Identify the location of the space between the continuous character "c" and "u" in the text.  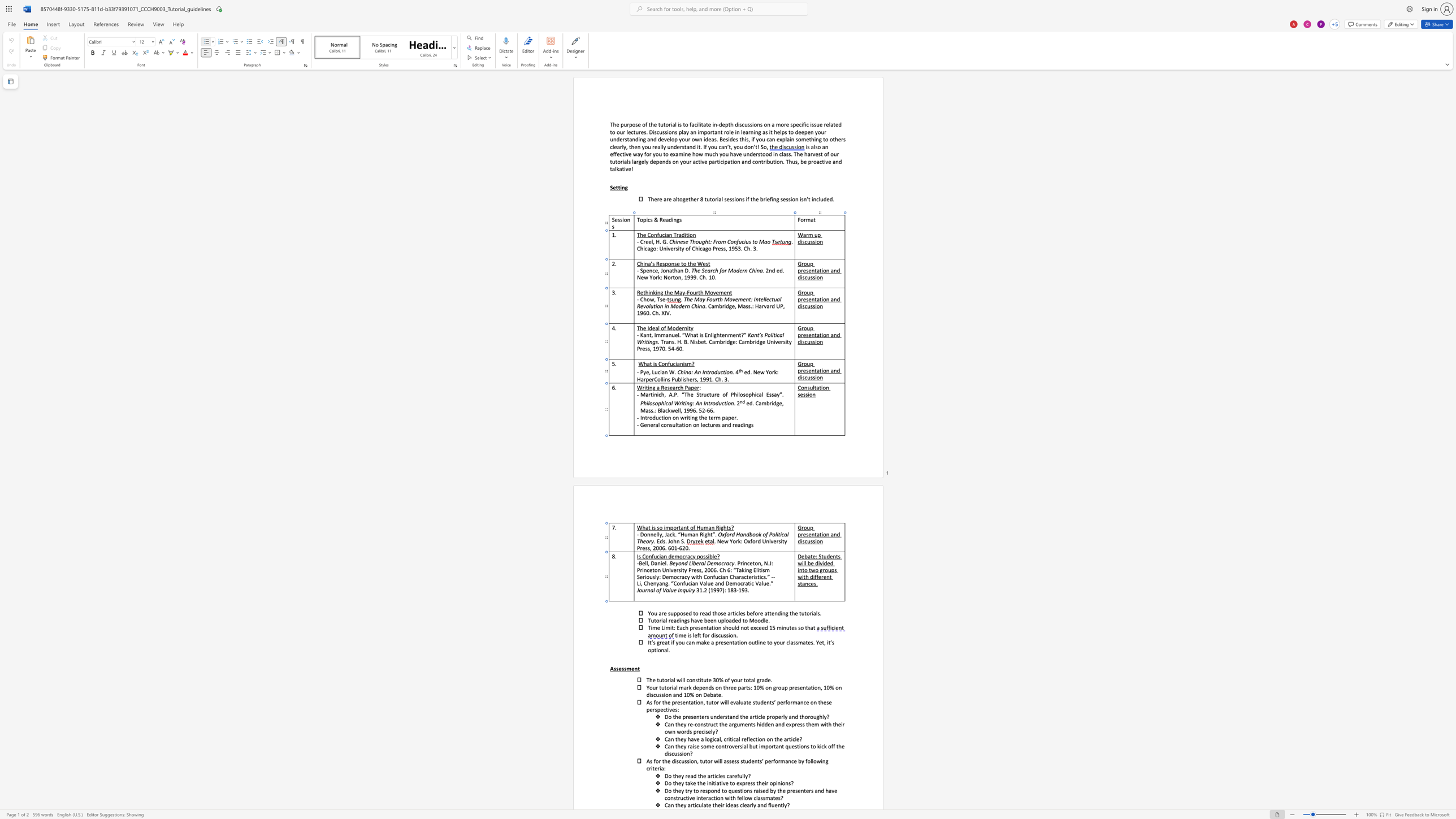
(721, 635).